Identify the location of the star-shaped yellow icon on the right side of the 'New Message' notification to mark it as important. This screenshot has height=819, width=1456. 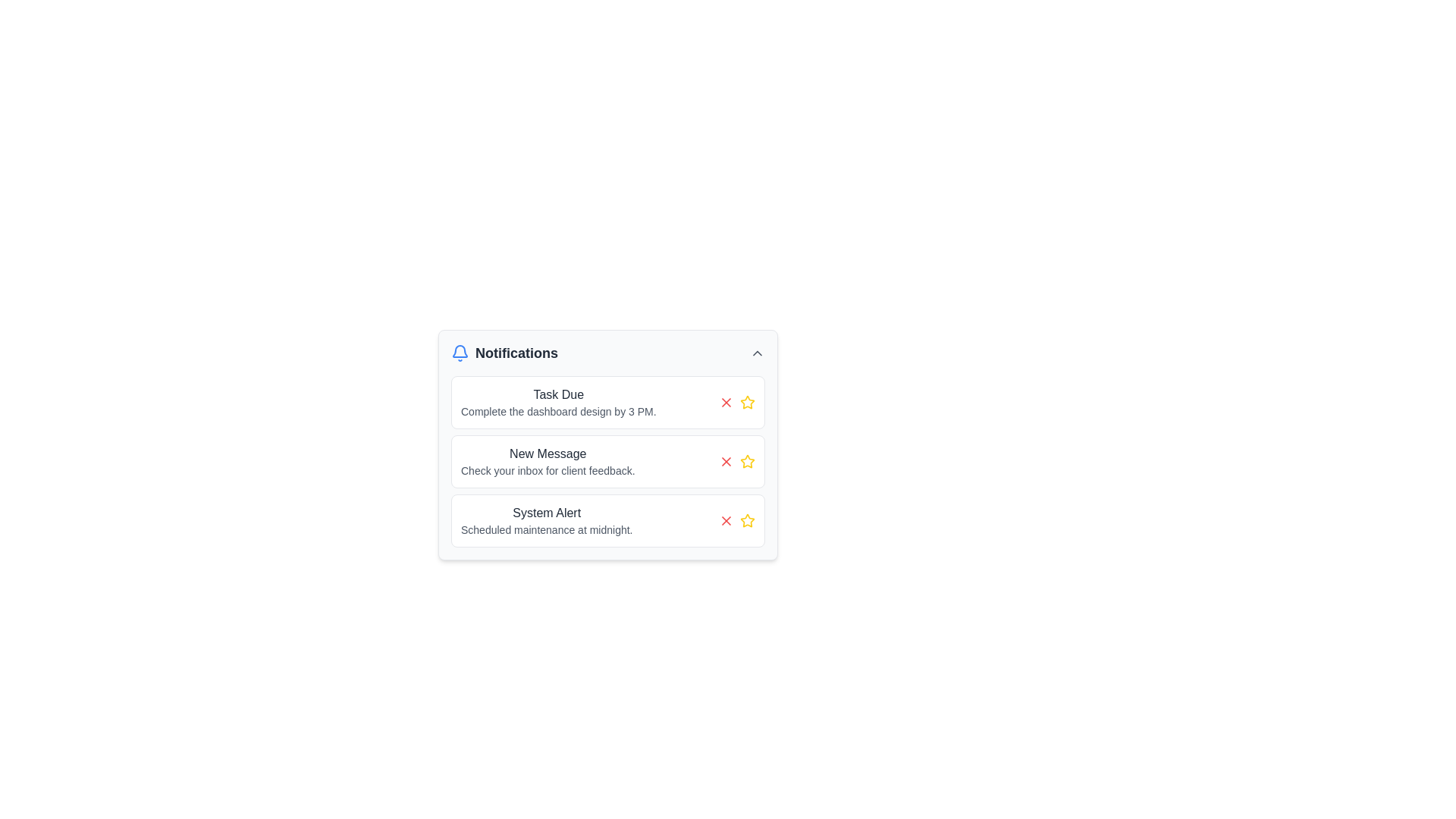
(747, 401).